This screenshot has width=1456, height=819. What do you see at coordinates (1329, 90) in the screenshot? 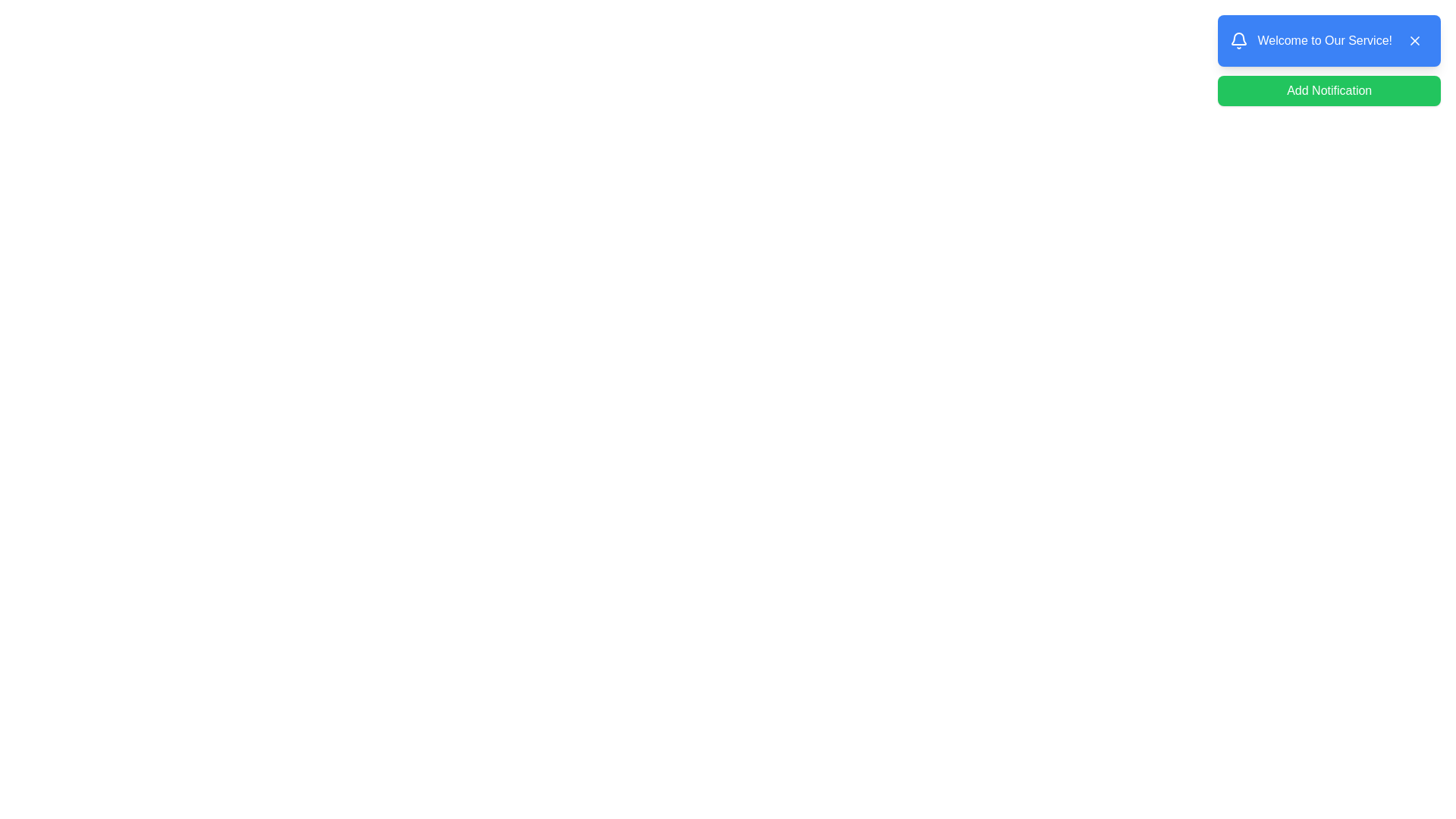
I see `the 'Add Notification' button, which has a green background and white text, located below the blue notification box` at bounding box center [1329, 90].